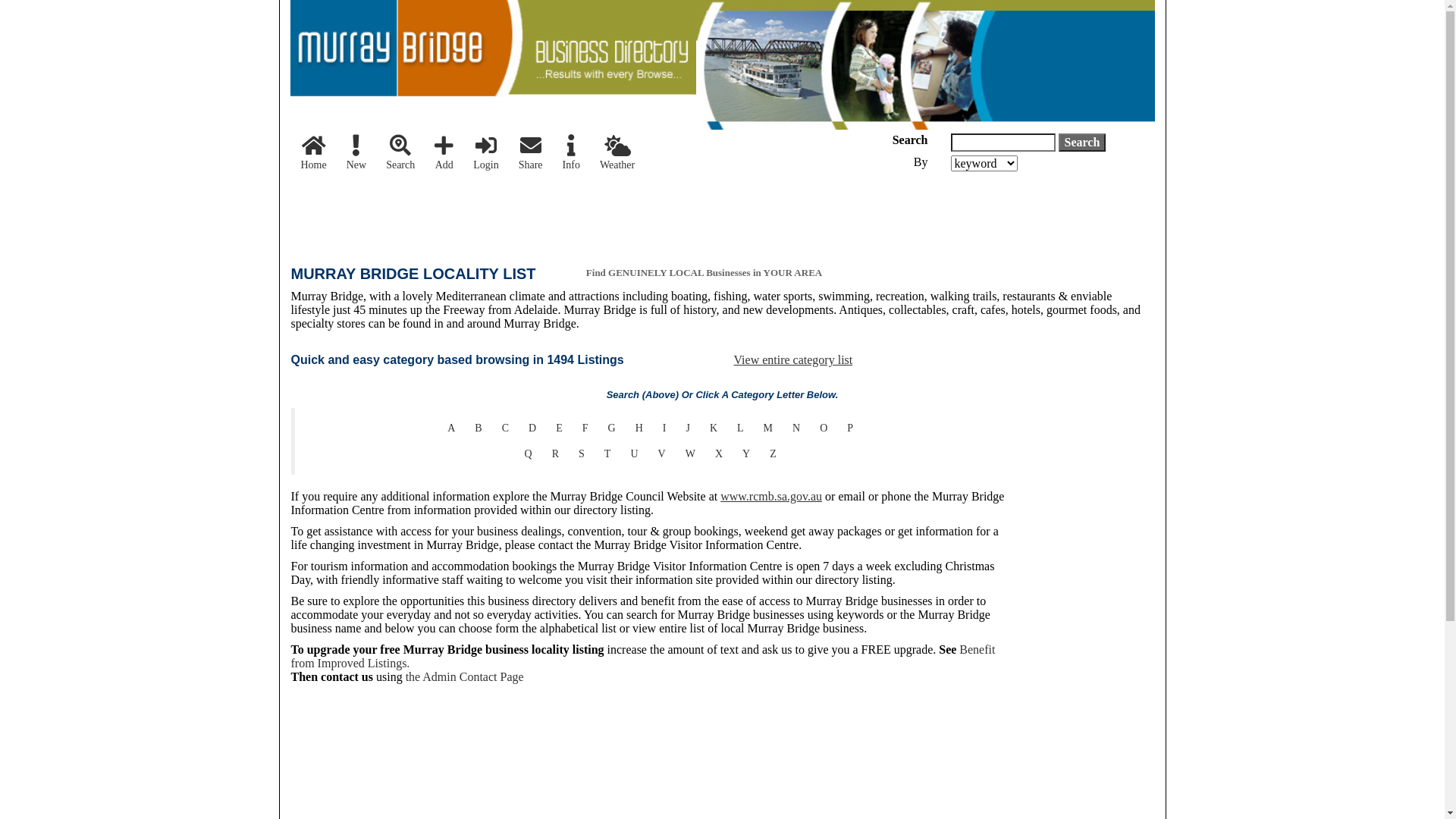  I want to click on 'B', so click(477, 428).